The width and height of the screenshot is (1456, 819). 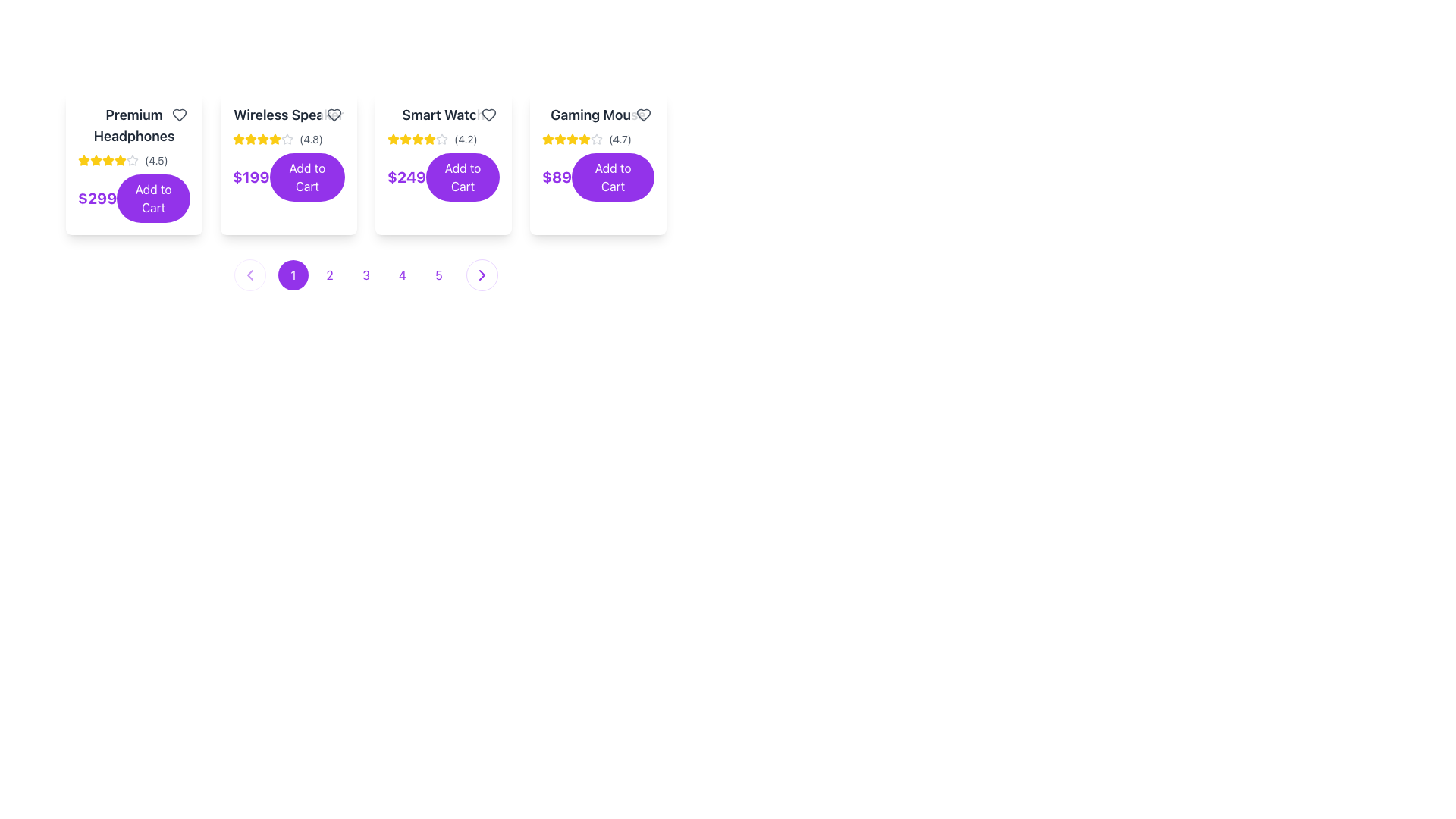 I want to click on the second yellow star icon, so click(x=251, y=139).